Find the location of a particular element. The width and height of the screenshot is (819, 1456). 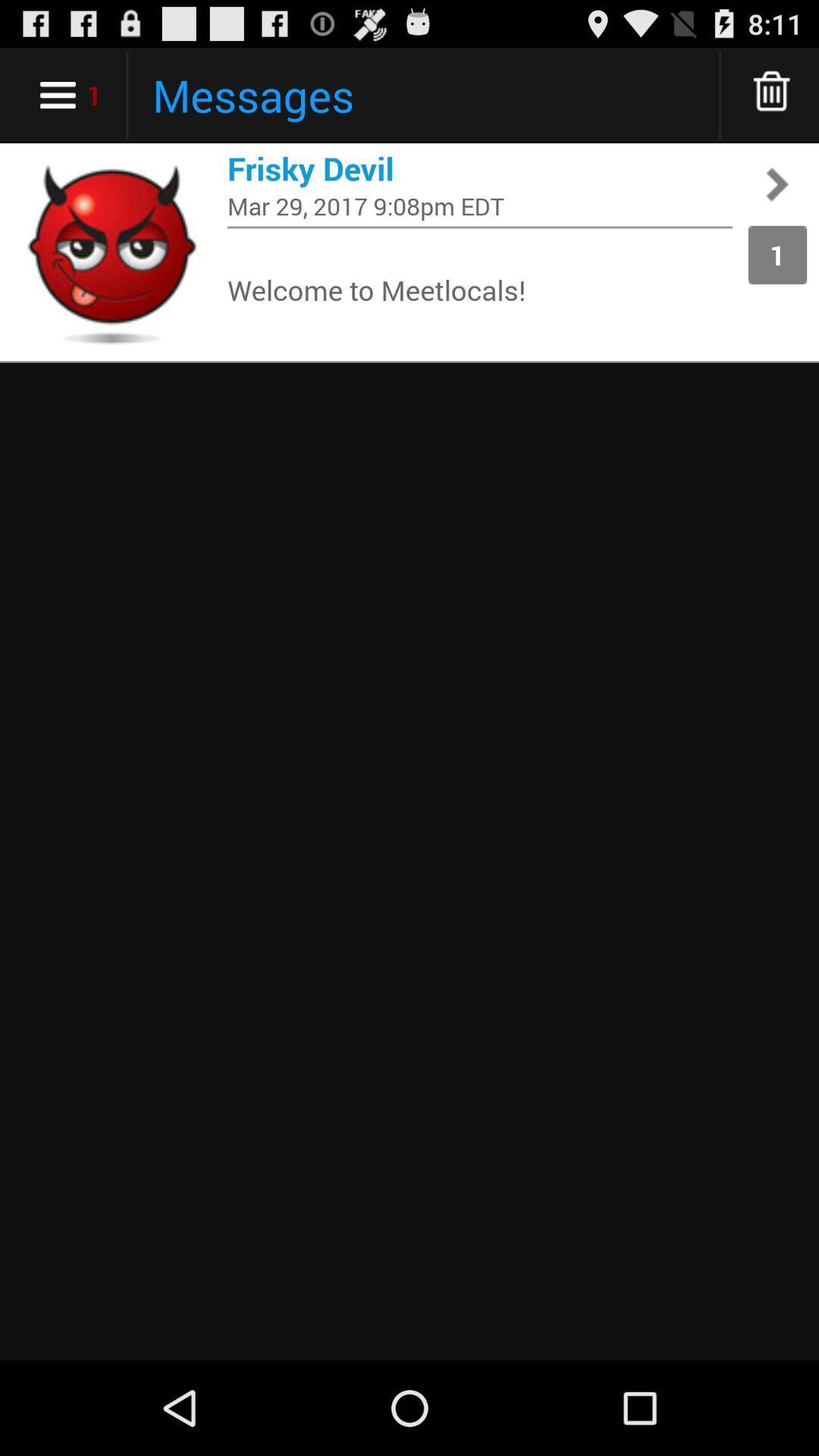

the app below frisky devil icon is located at coordinates (479, 205).